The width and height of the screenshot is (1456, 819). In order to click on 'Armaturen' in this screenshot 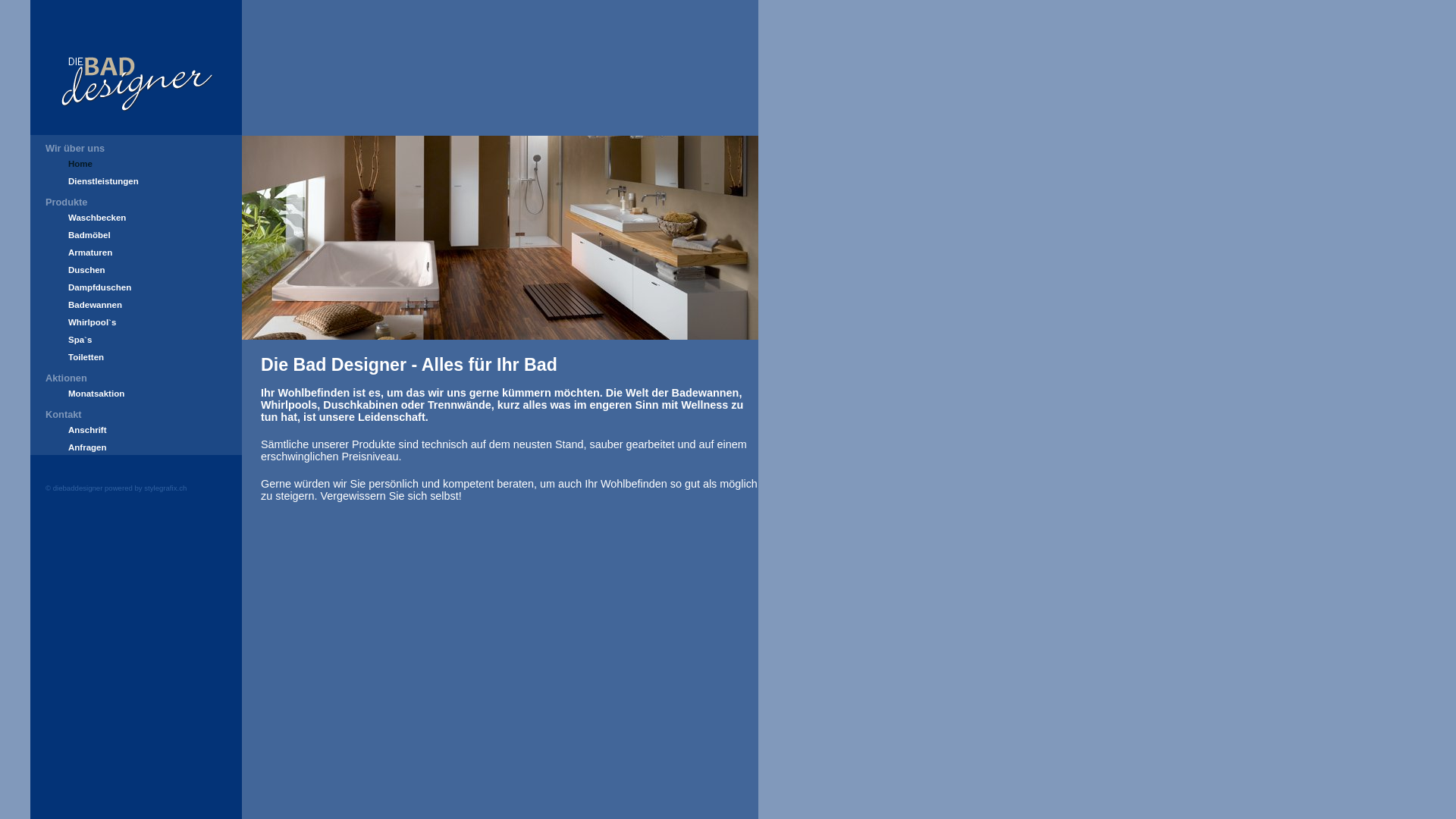, I will do `click(89, 251)`.